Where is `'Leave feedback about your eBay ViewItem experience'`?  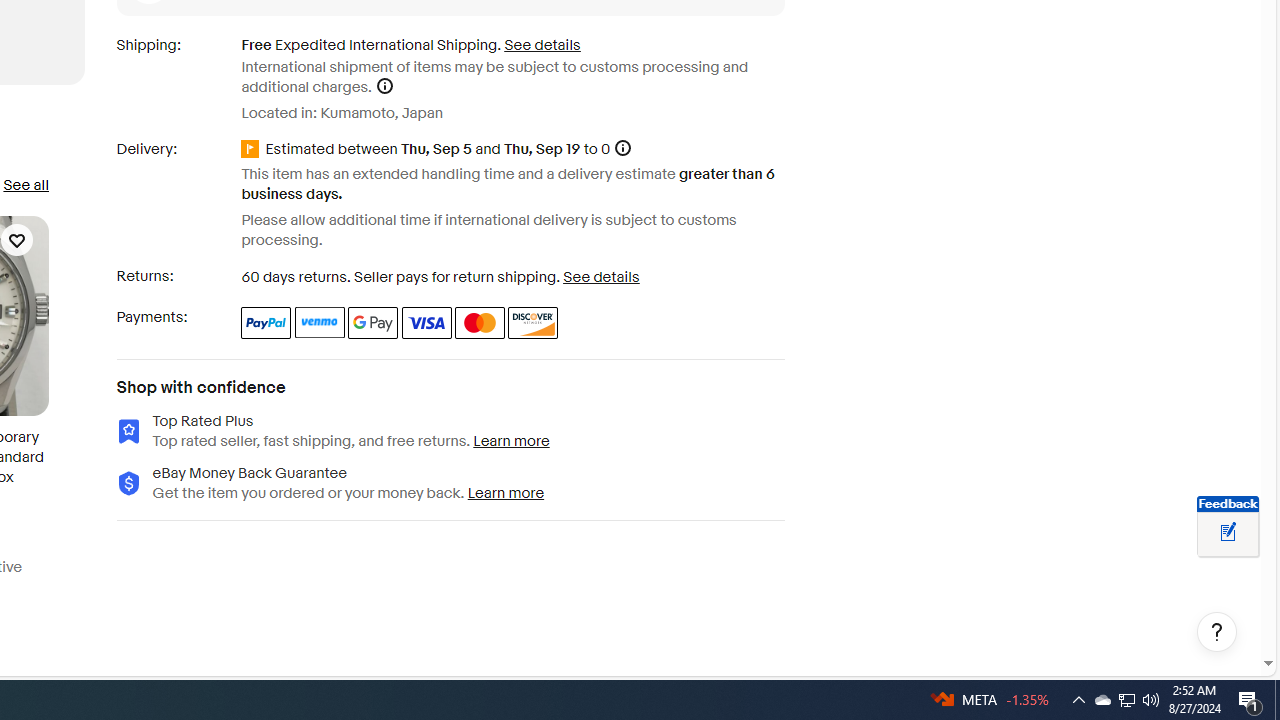
'Leave feedback about your eBay ViewItem experience' is located at coordinates (1227, 532).